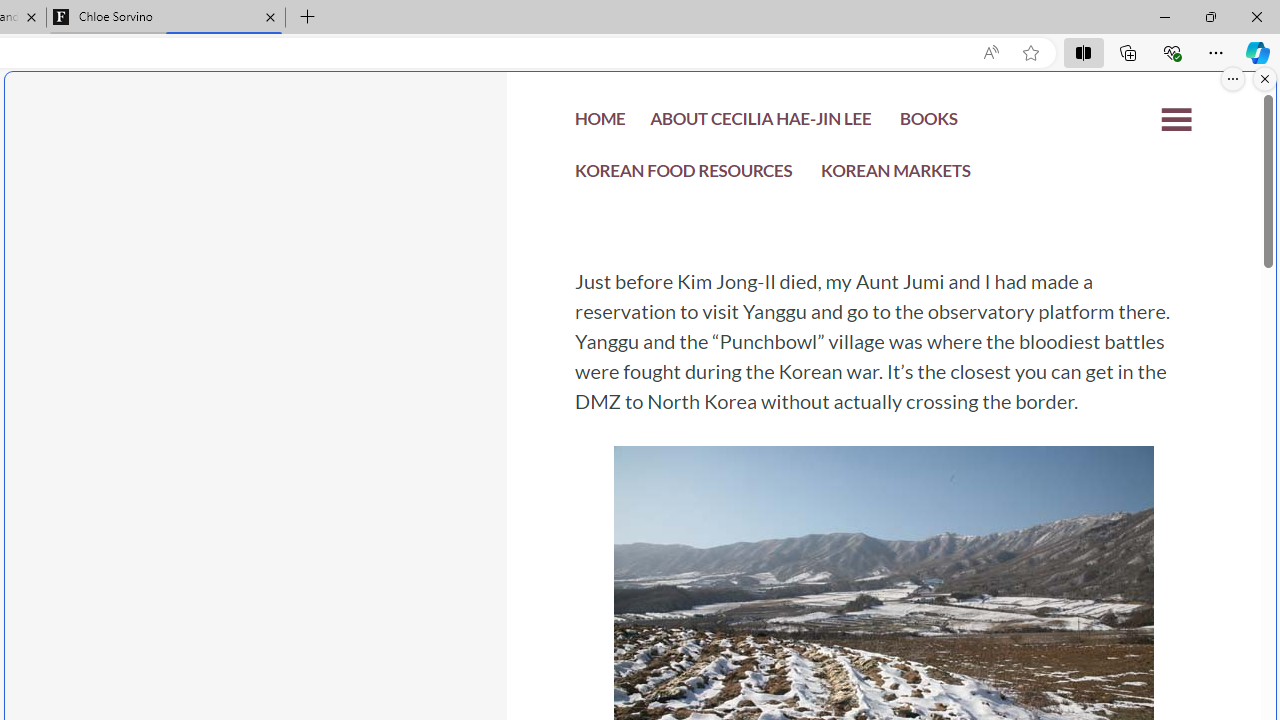 This screenshot has width=1280, height=720. Describe the element at coordinates (759, 122) in the screenshot. I see `'ABOUT CECILIA HAE-JIN LEE'` at that location.